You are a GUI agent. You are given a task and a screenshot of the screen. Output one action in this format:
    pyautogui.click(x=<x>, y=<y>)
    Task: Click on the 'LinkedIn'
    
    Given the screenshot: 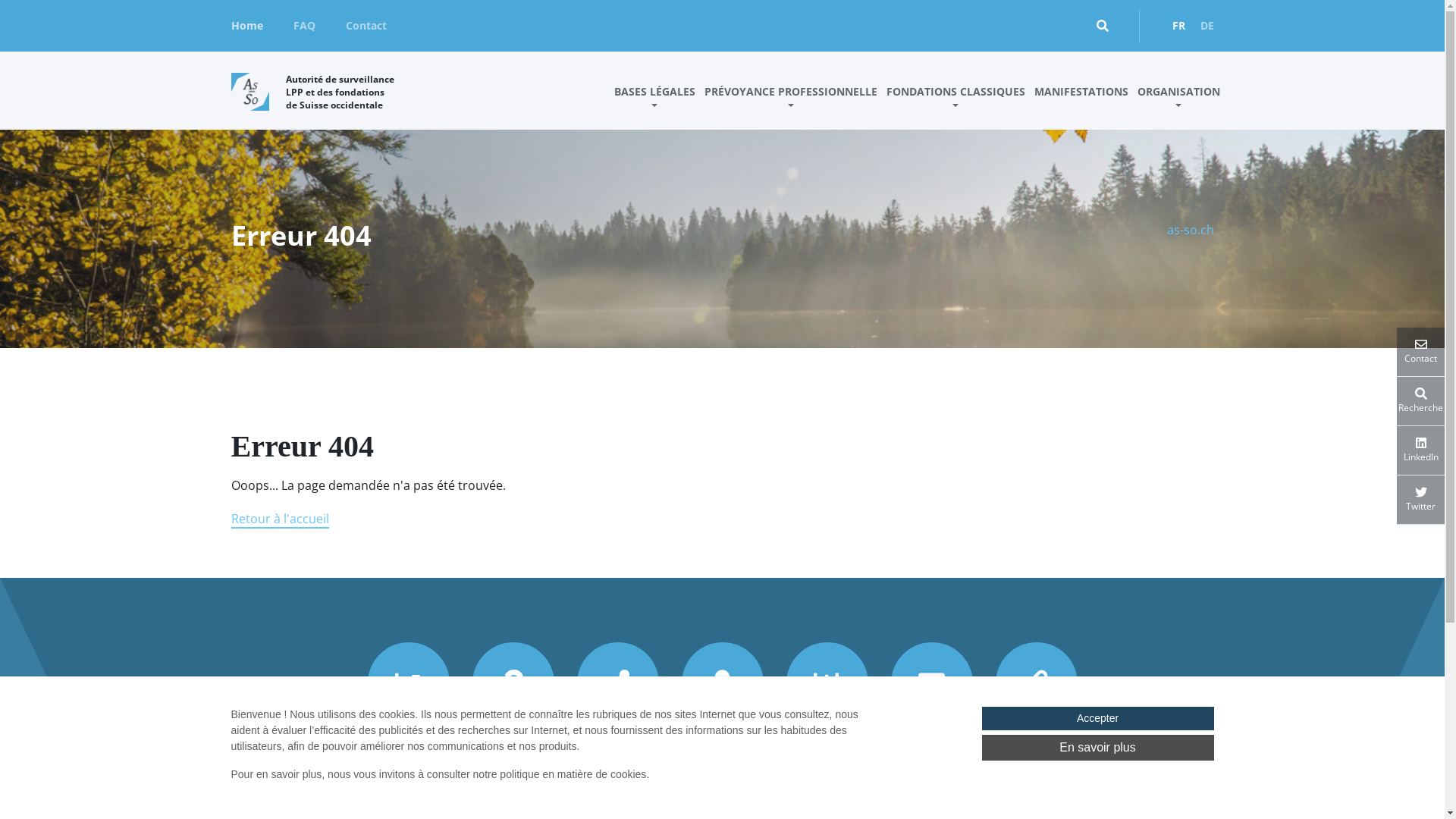 What is the action you would take?
    pyautogui.click(x=1420, y=450)
    